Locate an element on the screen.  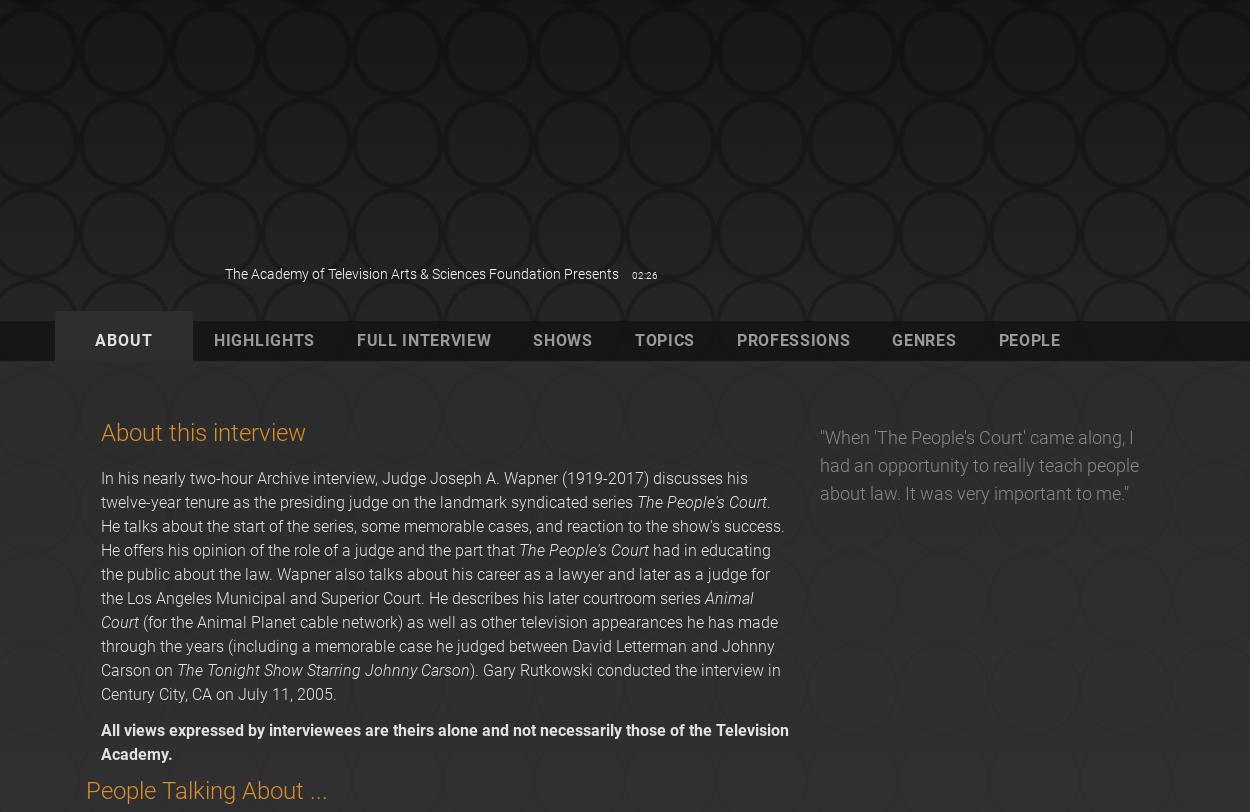
'"When 'The People's Court' came along, I had an opportunity to really teach people about law. It was very important to me."' is located at coordinates (977, 464).